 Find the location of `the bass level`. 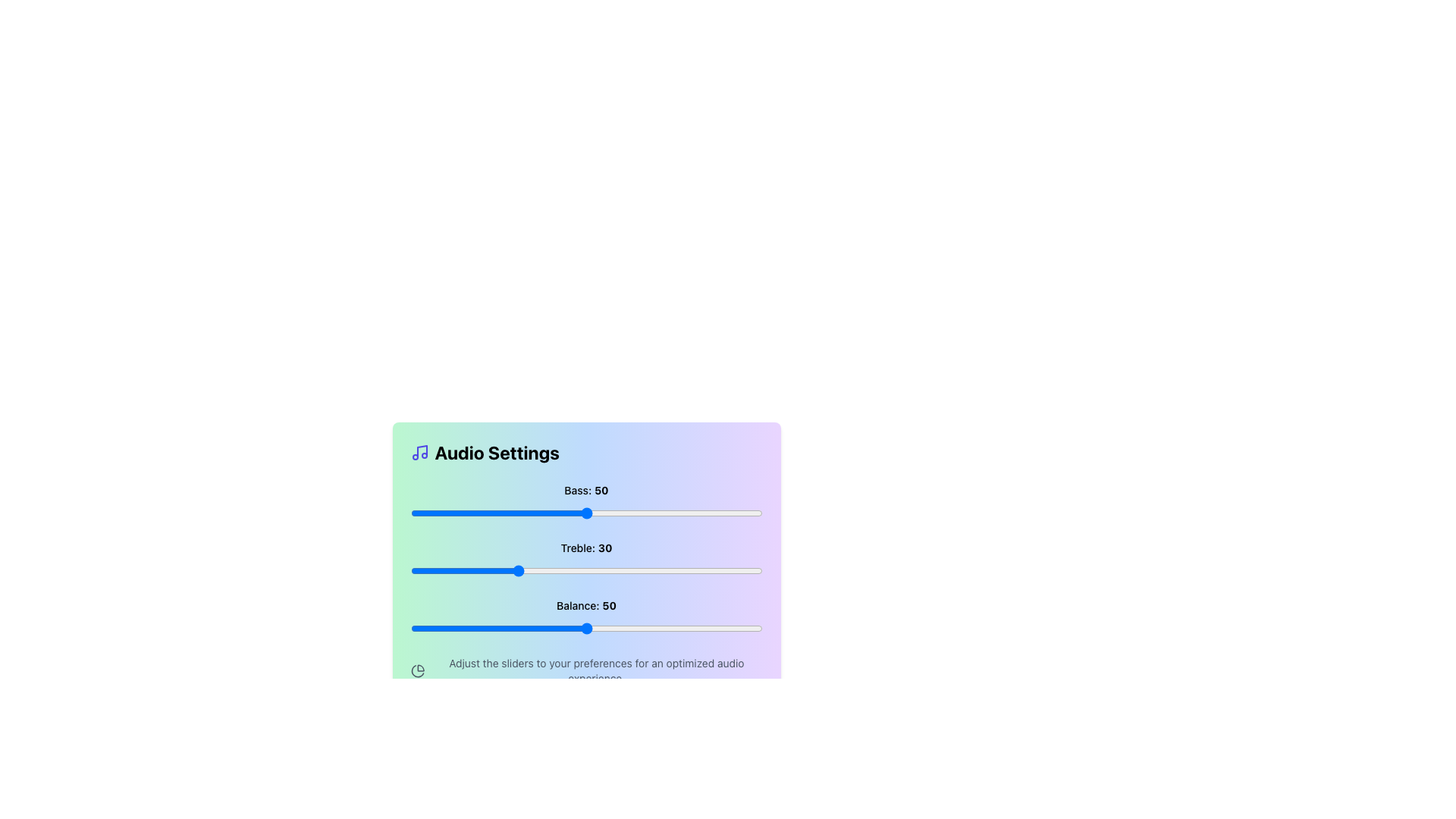

the bass level is located at coordinates (618, 513).